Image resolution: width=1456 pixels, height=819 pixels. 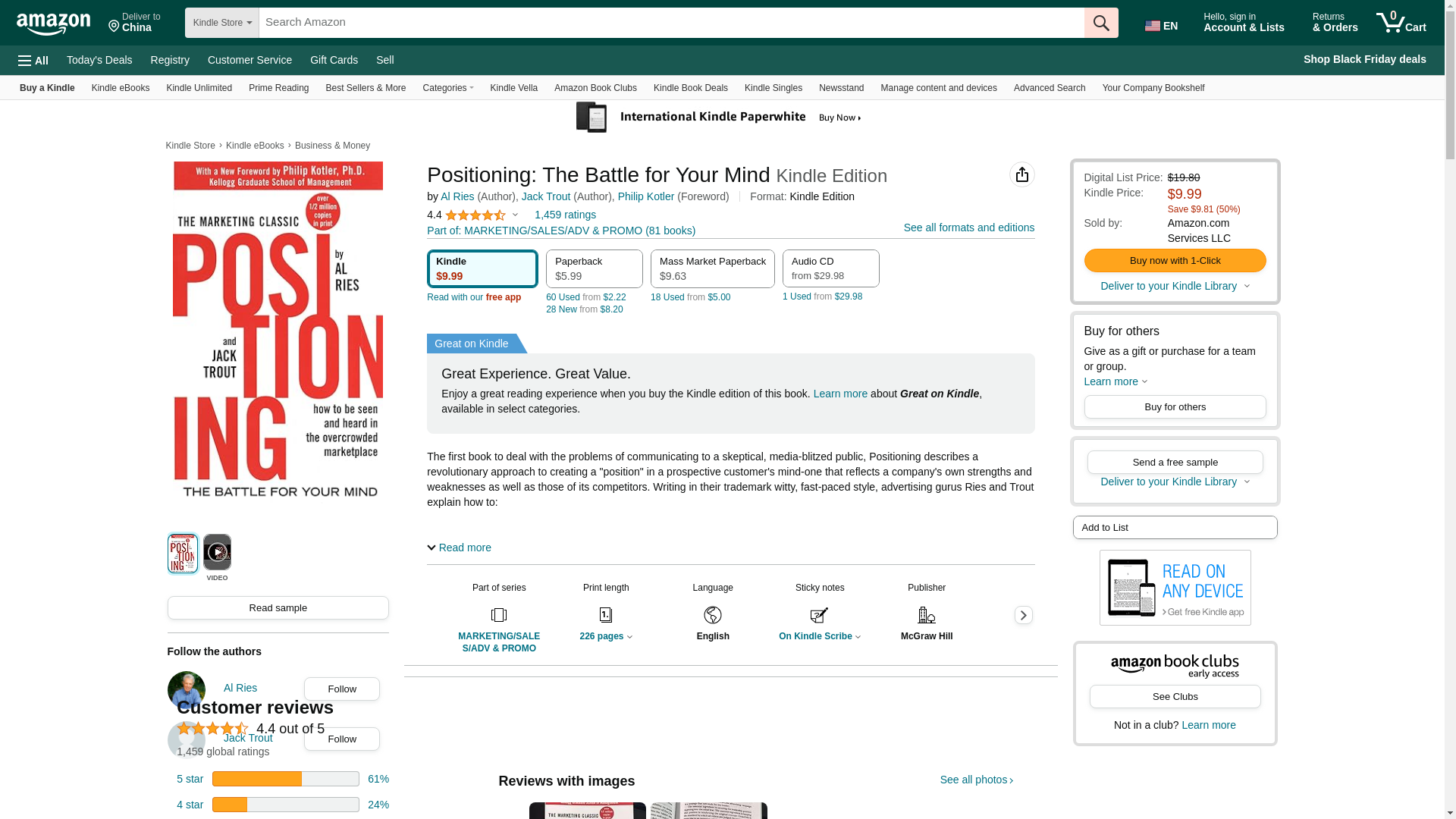 I want to click on '1,459 ratings', so click(x=564, y=214).